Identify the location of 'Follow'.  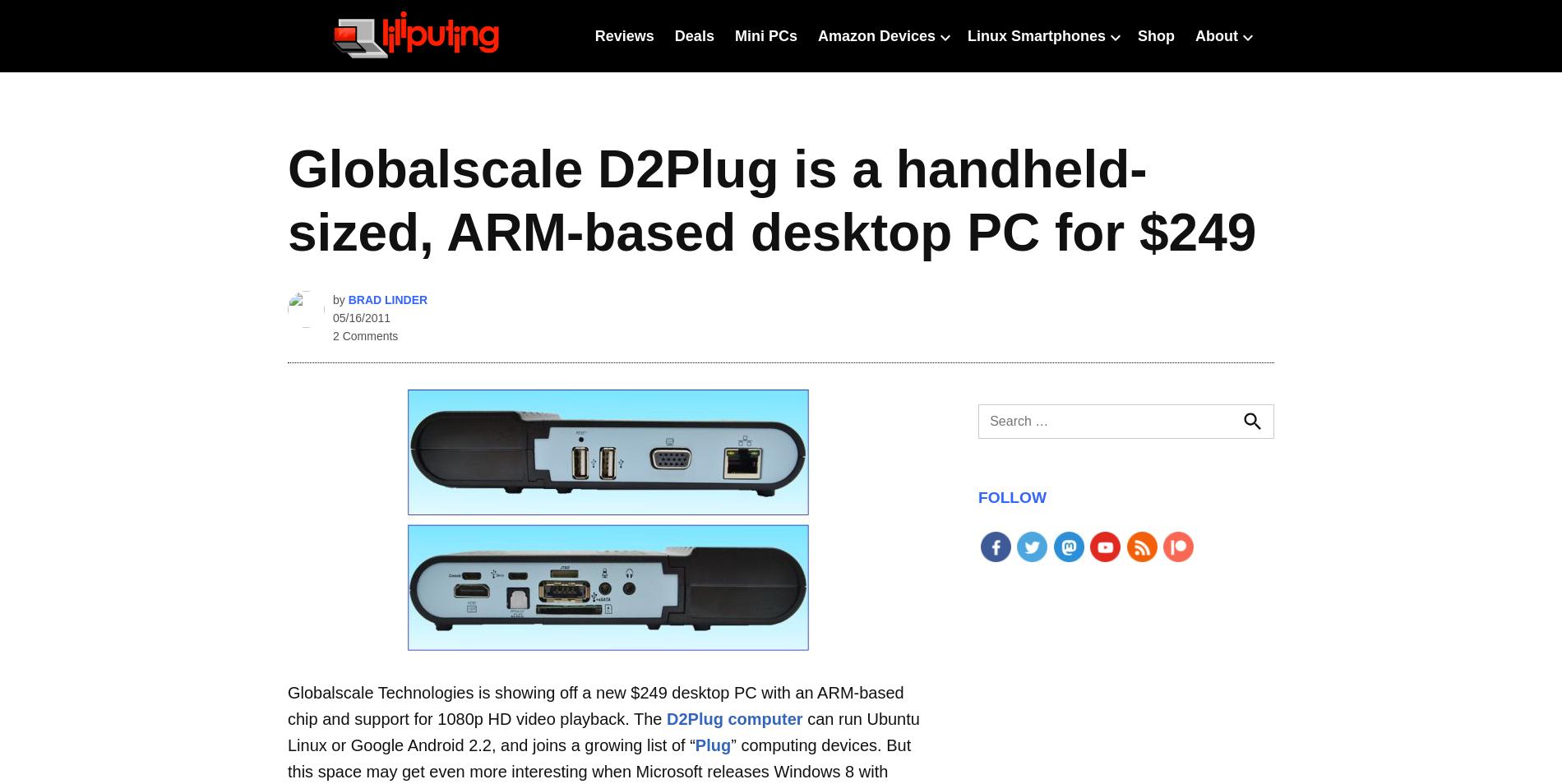
(1011, 496).